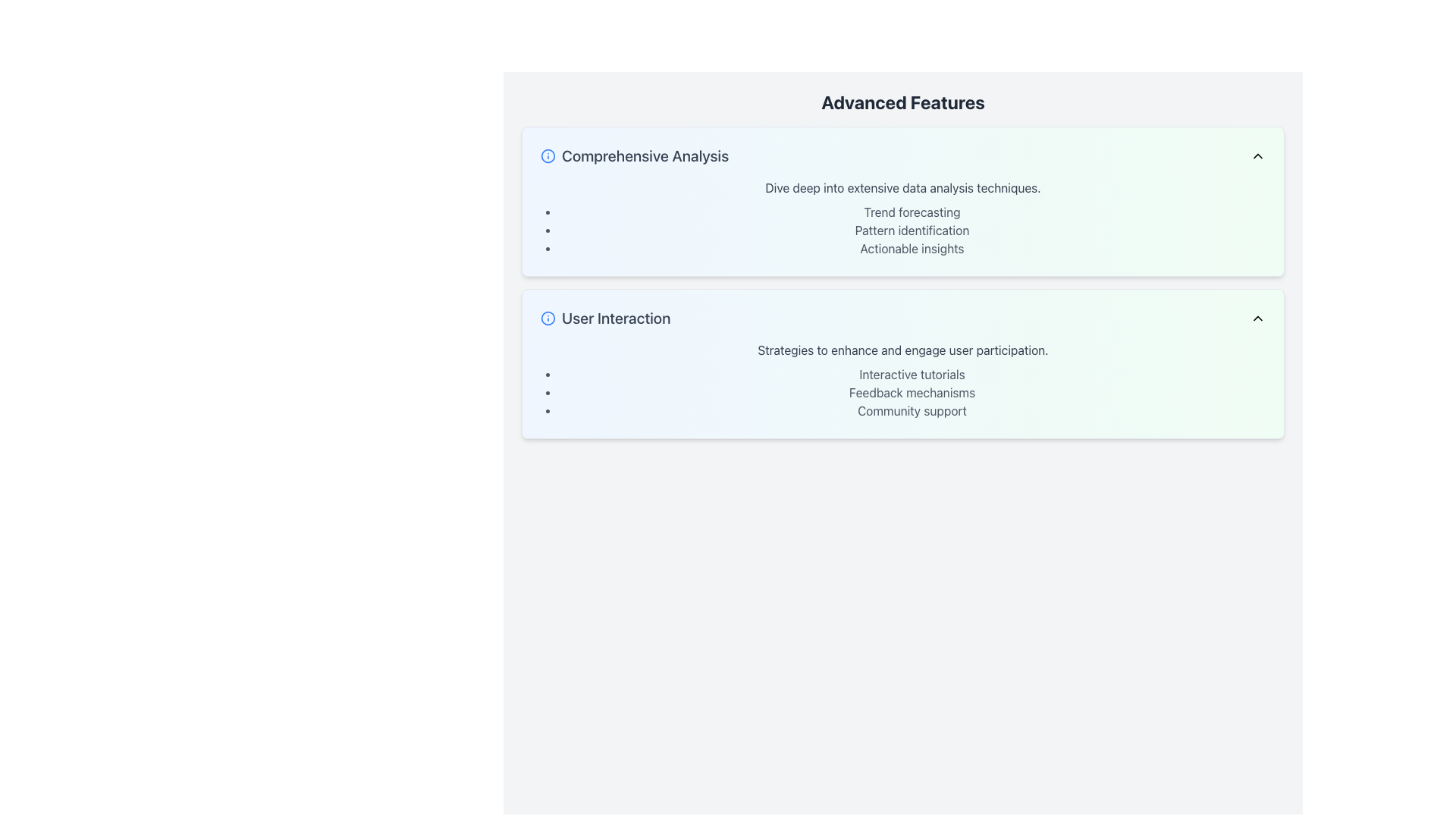 The width and height of the screenshot is (1456, 819). Describe the element at coordinates (902, 391) in the screenshot. I see `the bulleted list containing 'Interactive tutorials,' 'Feedback mechanisms,' and 'Community support,' which is located below the heading 'Strategies to enhance and engage user participation.'` at that location.